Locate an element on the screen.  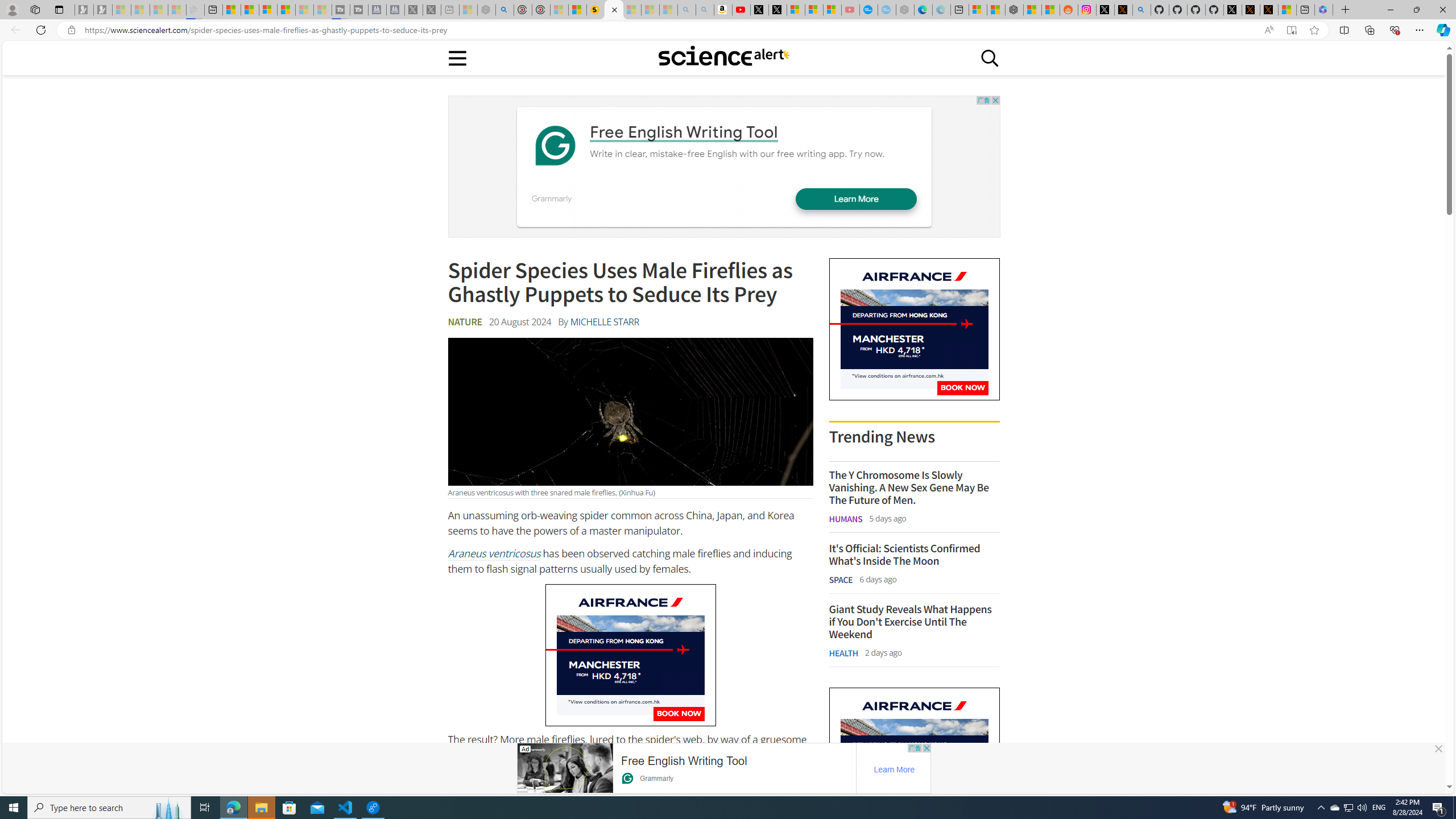
'Wildlife - MSN - Sleeping' is located at coordinates (468, 9).